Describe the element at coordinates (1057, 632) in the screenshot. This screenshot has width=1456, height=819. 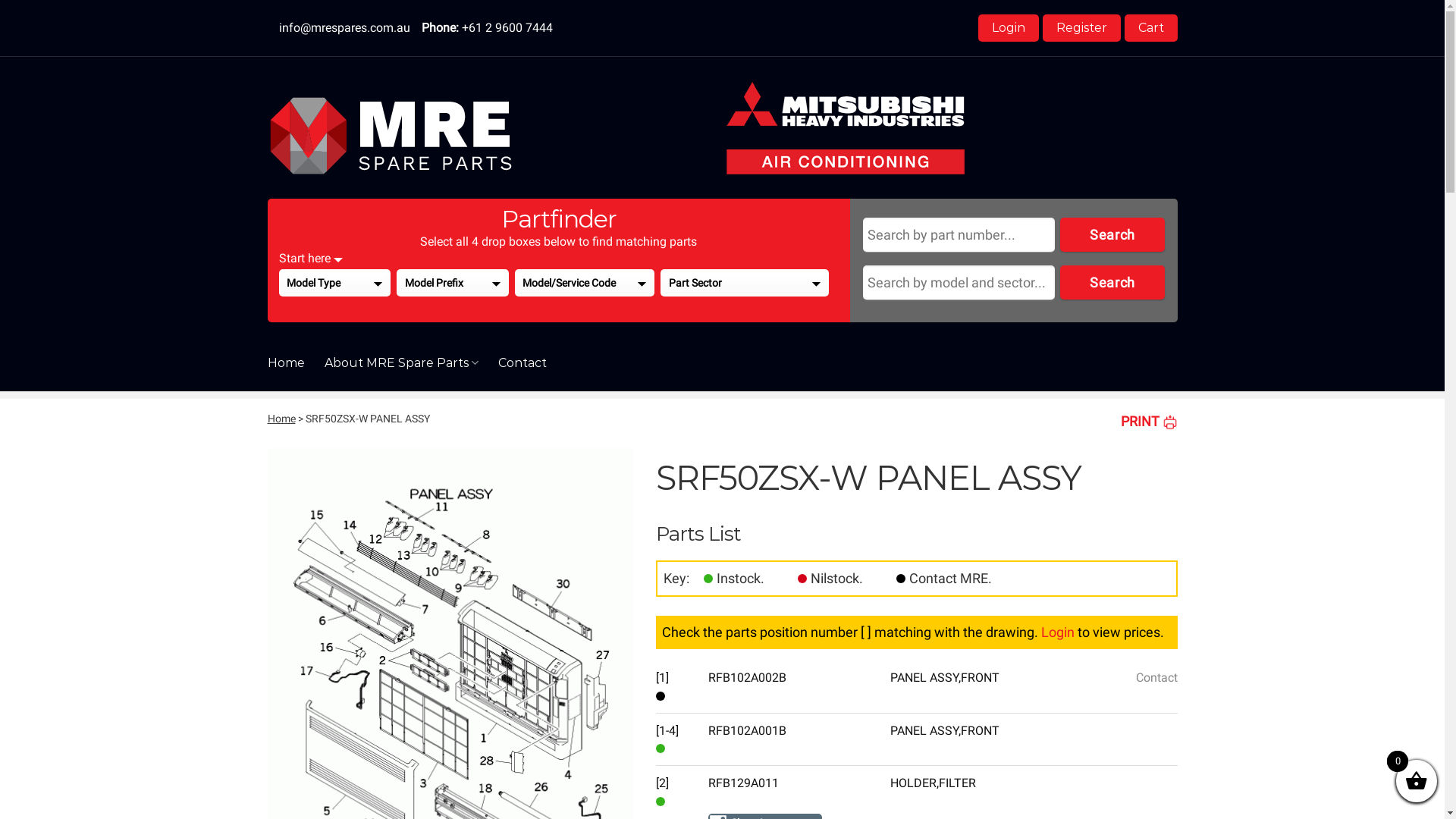
I see `'Login'` at that location.